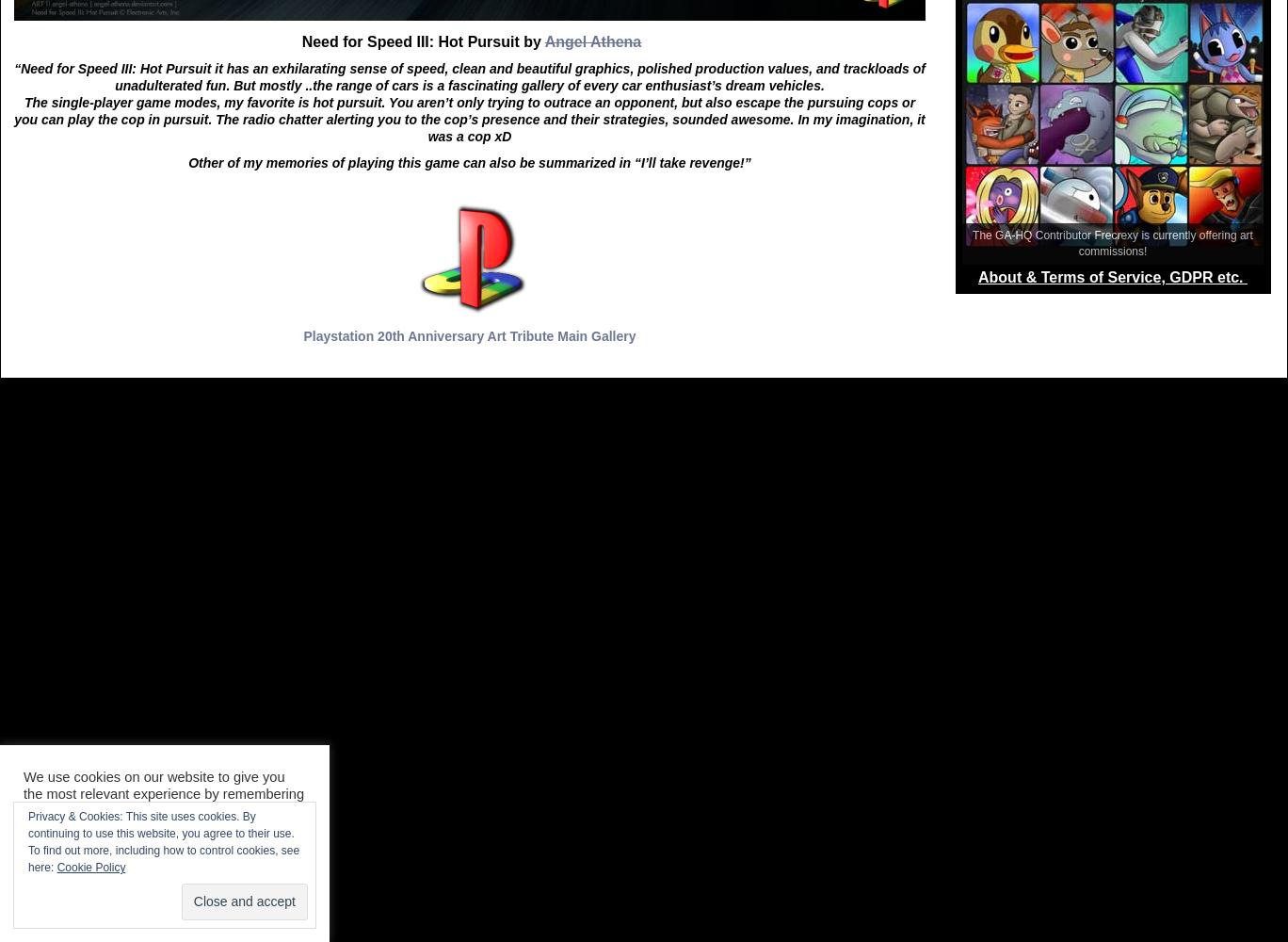 Image resolution: width=1288 pixels, height=942 pixels. What do you see at coordinates (163, 859) in the screenshot?
I see `'To find out more, including how to control cookies, see here:'` at bounding box center [163, 859].